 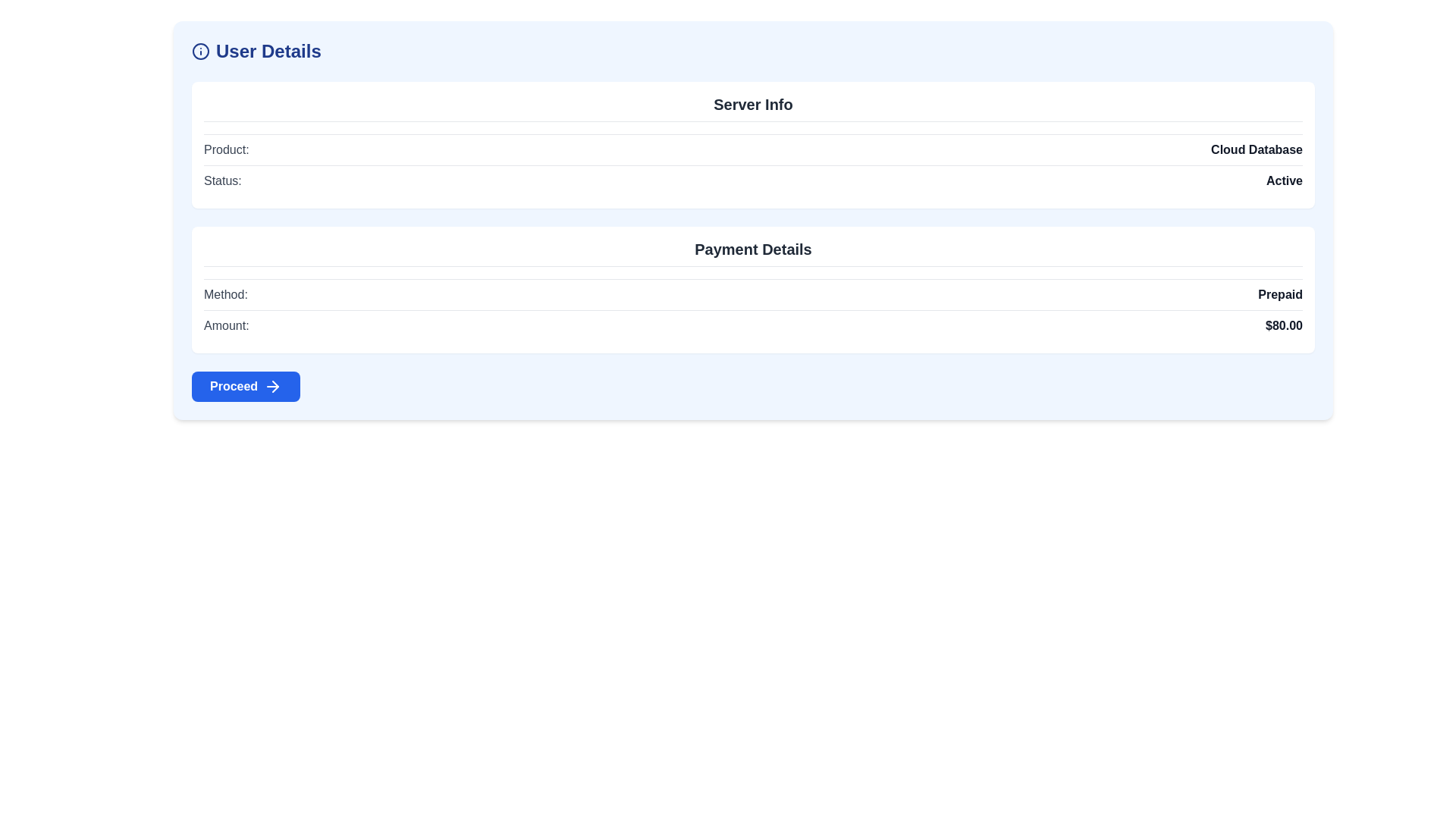 What do you see at coordinates (199, 51) in the screenshot?
I see `the SVG circle element that is part of the graphic adjacent to the title 'User Details'` at bounding box center [199, 51].